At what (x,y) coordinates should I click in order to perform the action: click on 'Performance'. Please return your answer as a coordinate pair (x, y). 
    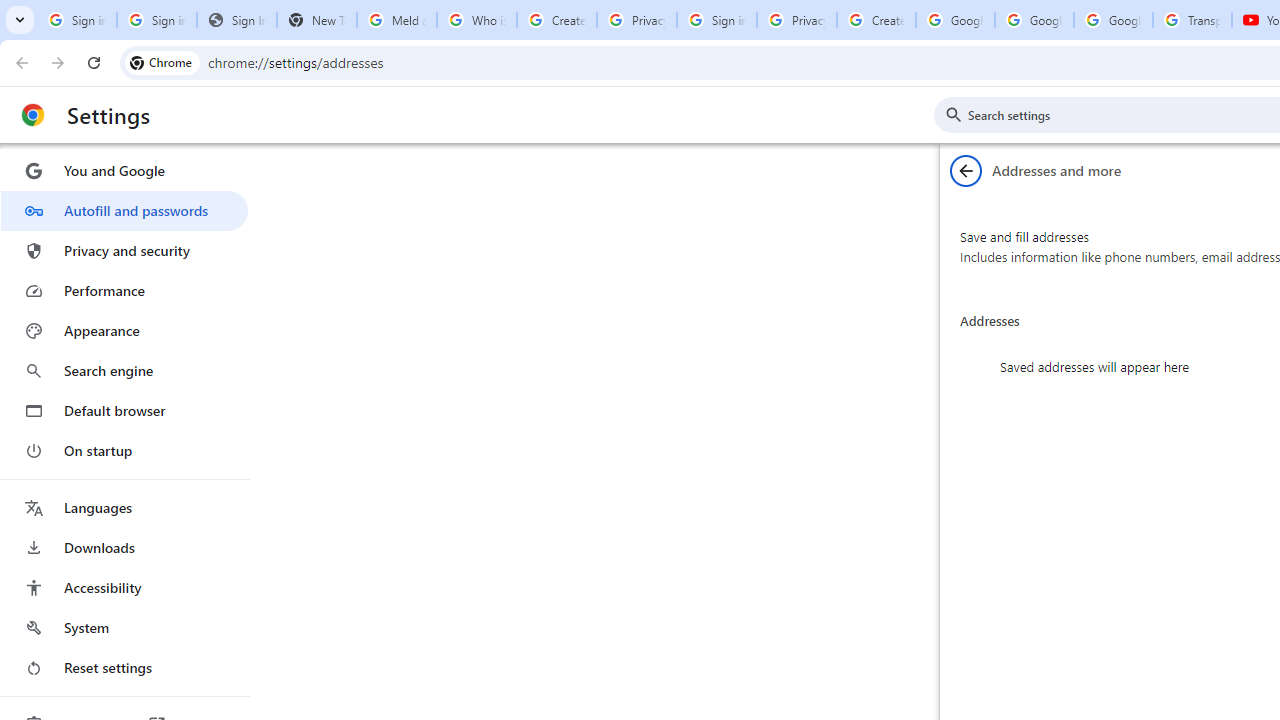
    Looking at the image, I should click on (123, 290).